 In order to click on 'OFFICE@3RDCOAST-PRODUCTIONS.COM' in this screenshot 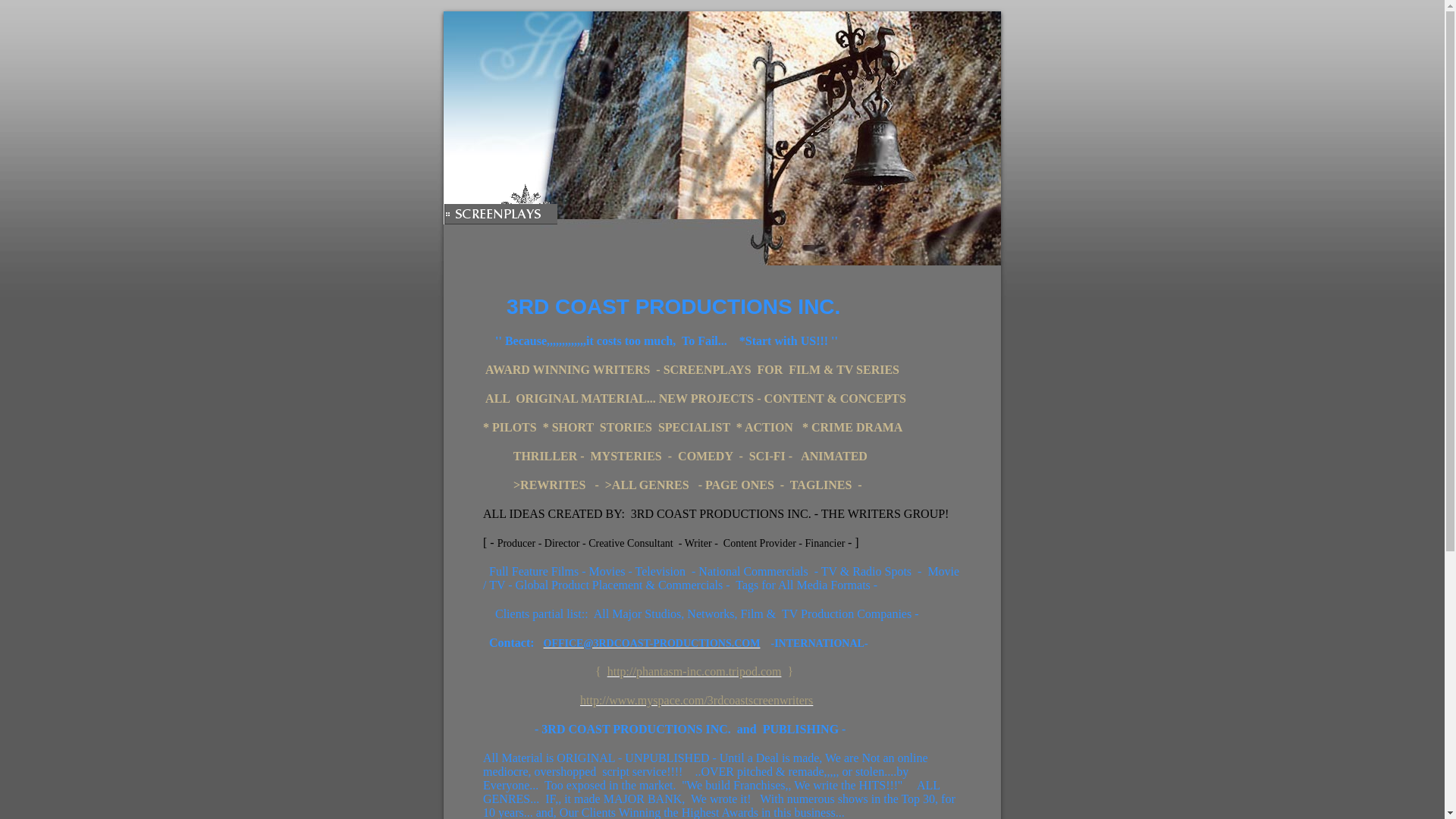, I will do `click(651, 642)`.